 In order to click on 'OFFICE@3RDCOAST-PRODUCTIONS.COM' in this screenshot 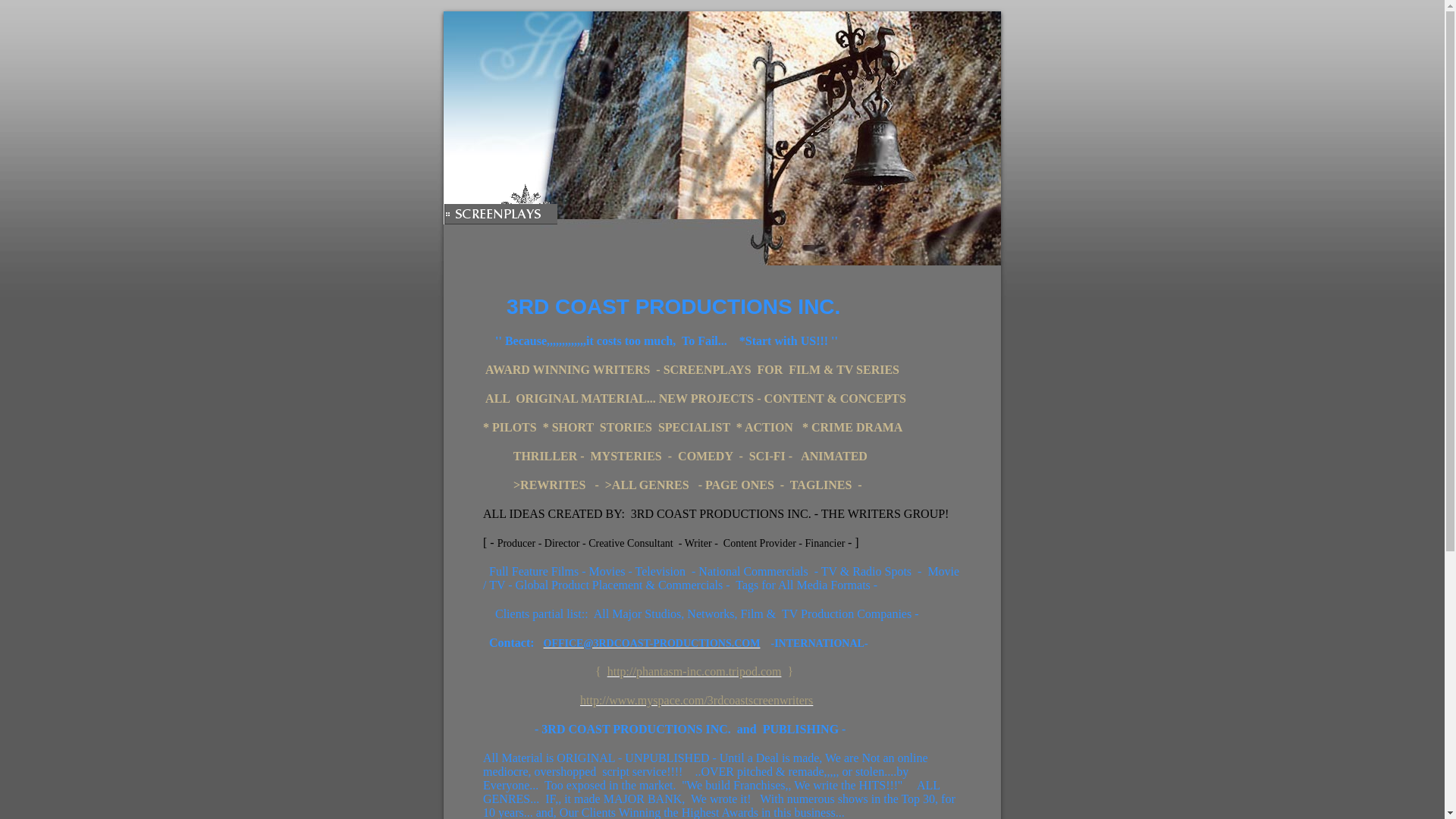, I will do `click(651, 642)`.